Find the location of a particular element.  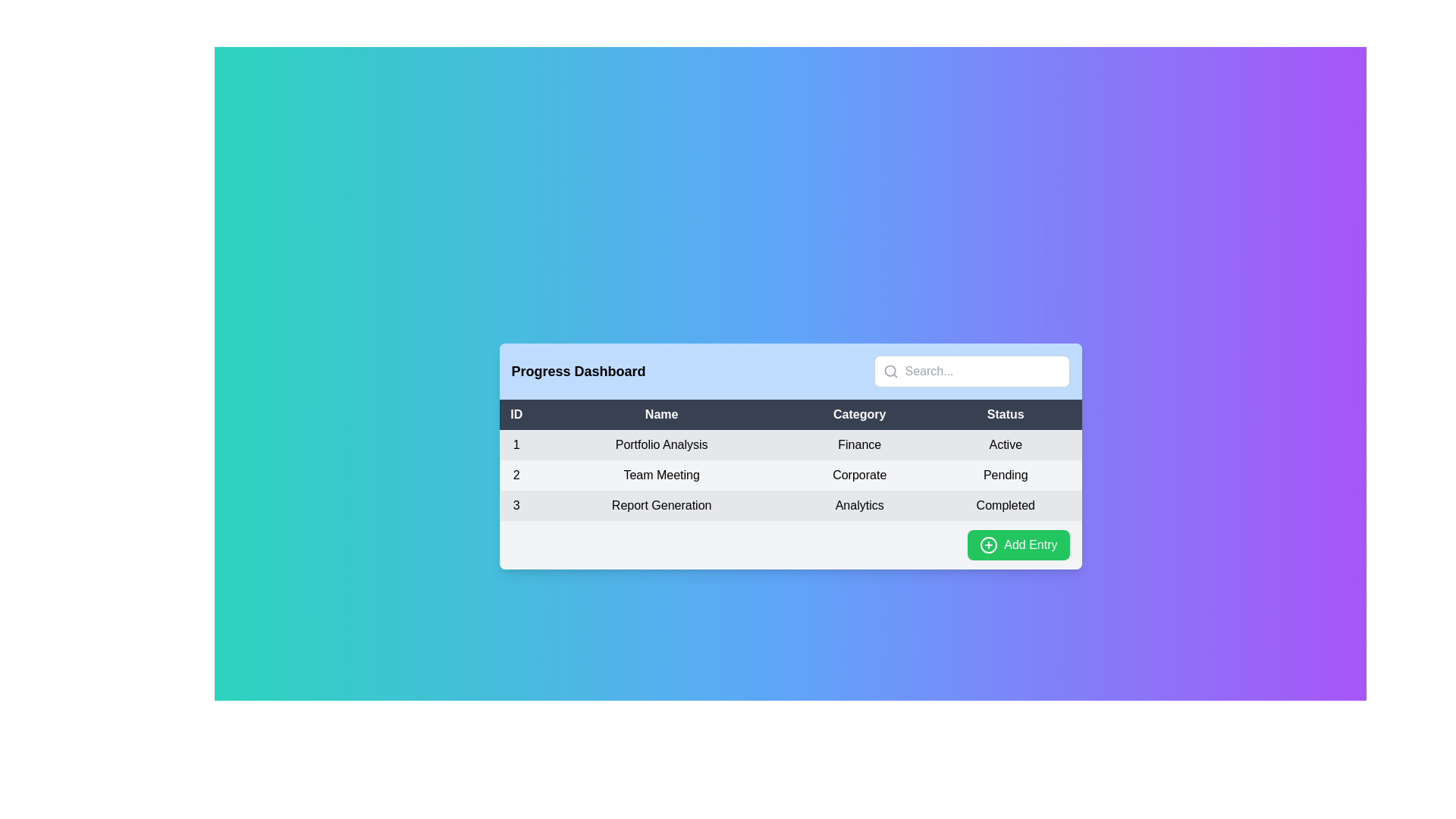

the TableHeader to sort the columns interactively is located at coordinates (789, 415).